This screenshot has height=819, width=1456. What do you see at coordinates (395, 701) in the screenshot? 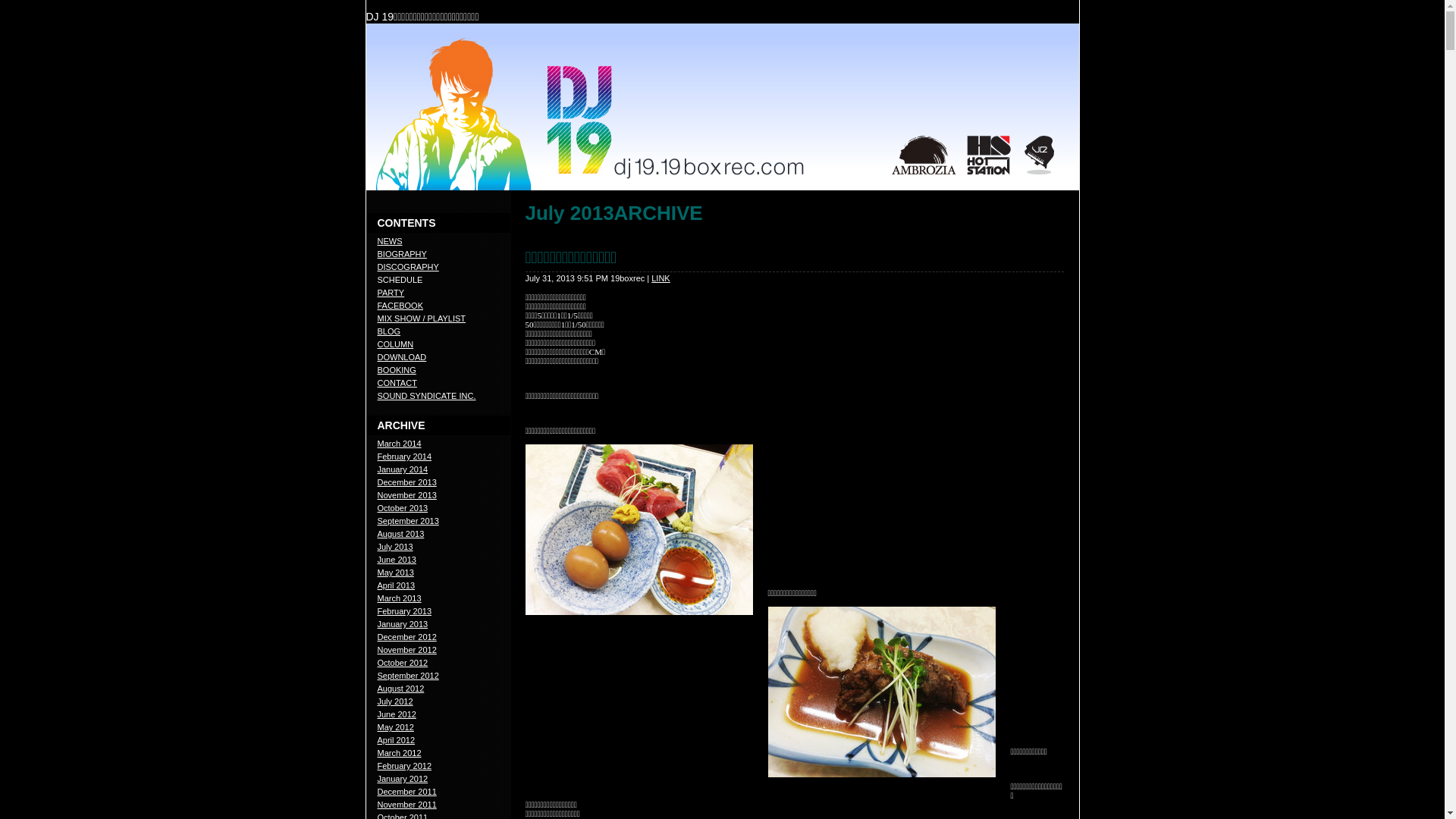
I see `'July 2012'` at bounding box center [395, 701].